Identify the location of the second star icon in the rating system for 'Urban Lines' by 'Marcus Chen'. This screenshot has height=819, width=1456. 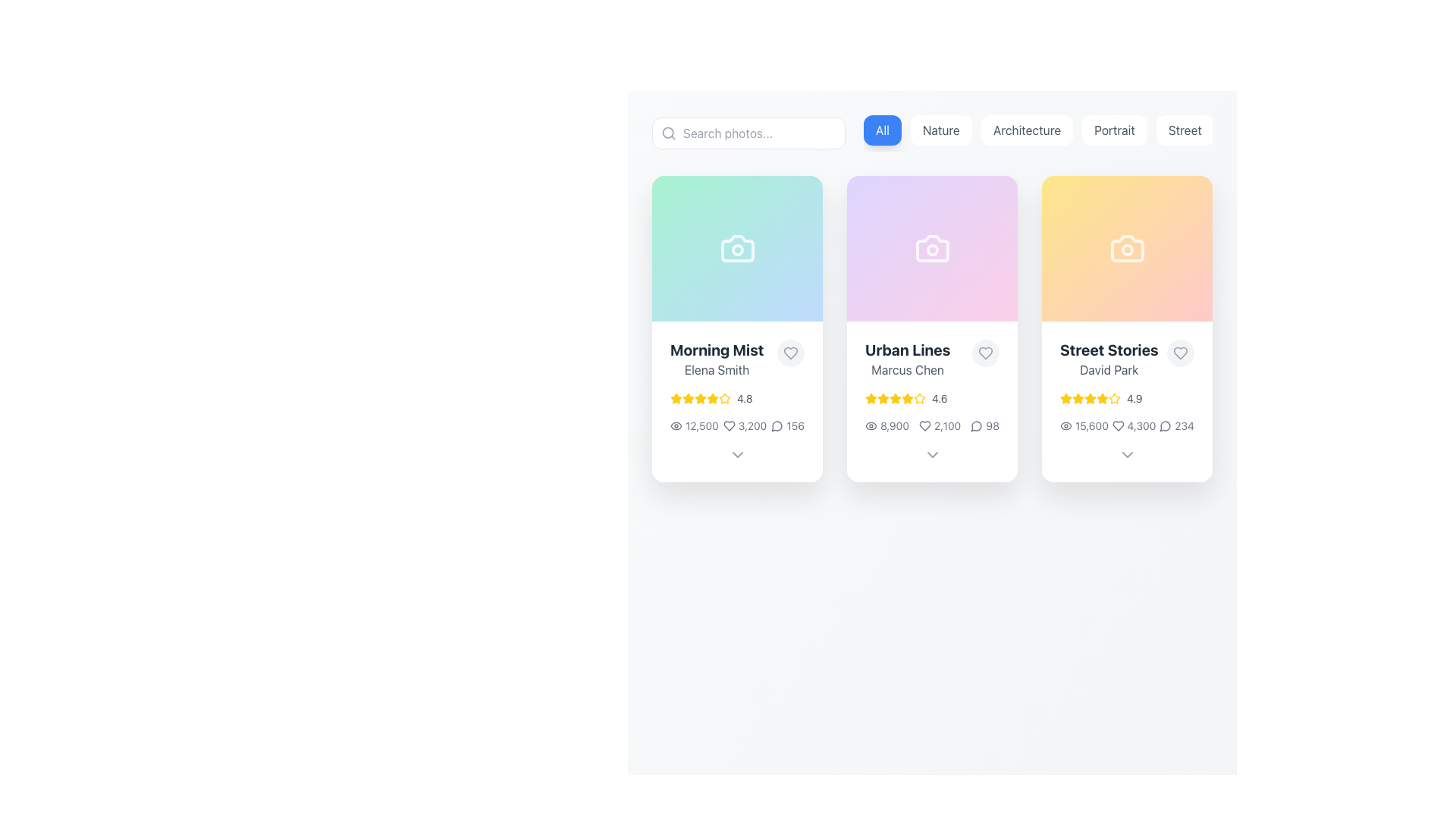
(883, 397).